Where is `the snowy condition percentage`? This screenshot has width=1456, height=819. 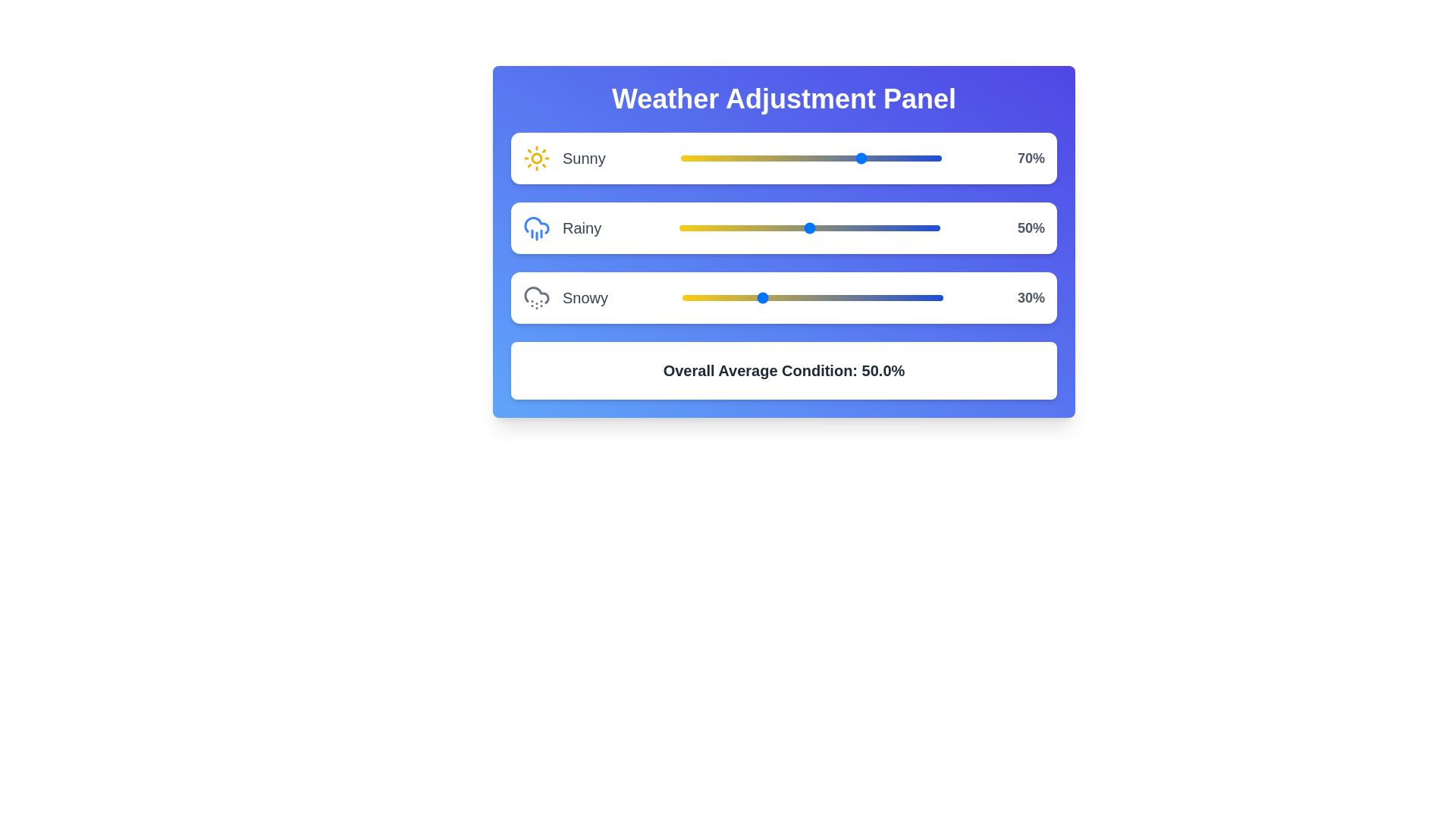 the snowy condition percentage is located at coordinates (768, 298).